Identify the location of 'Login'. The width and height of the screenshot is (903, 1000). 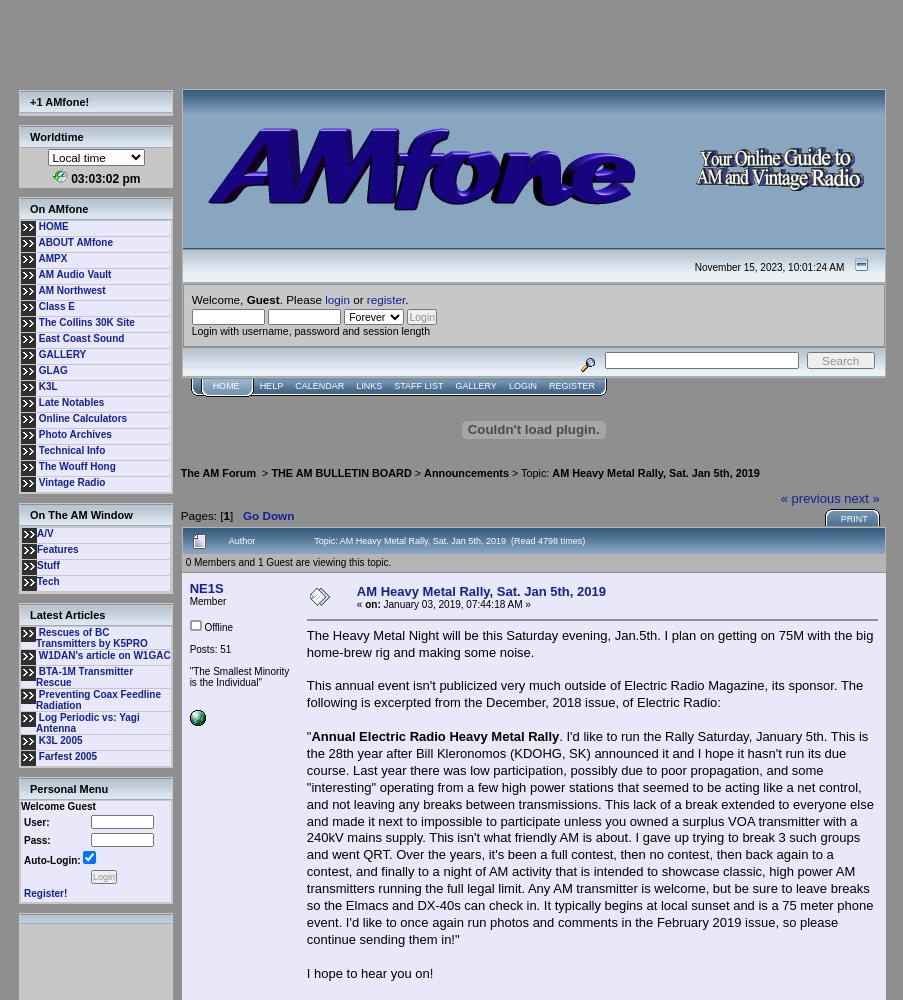
(521, 386).